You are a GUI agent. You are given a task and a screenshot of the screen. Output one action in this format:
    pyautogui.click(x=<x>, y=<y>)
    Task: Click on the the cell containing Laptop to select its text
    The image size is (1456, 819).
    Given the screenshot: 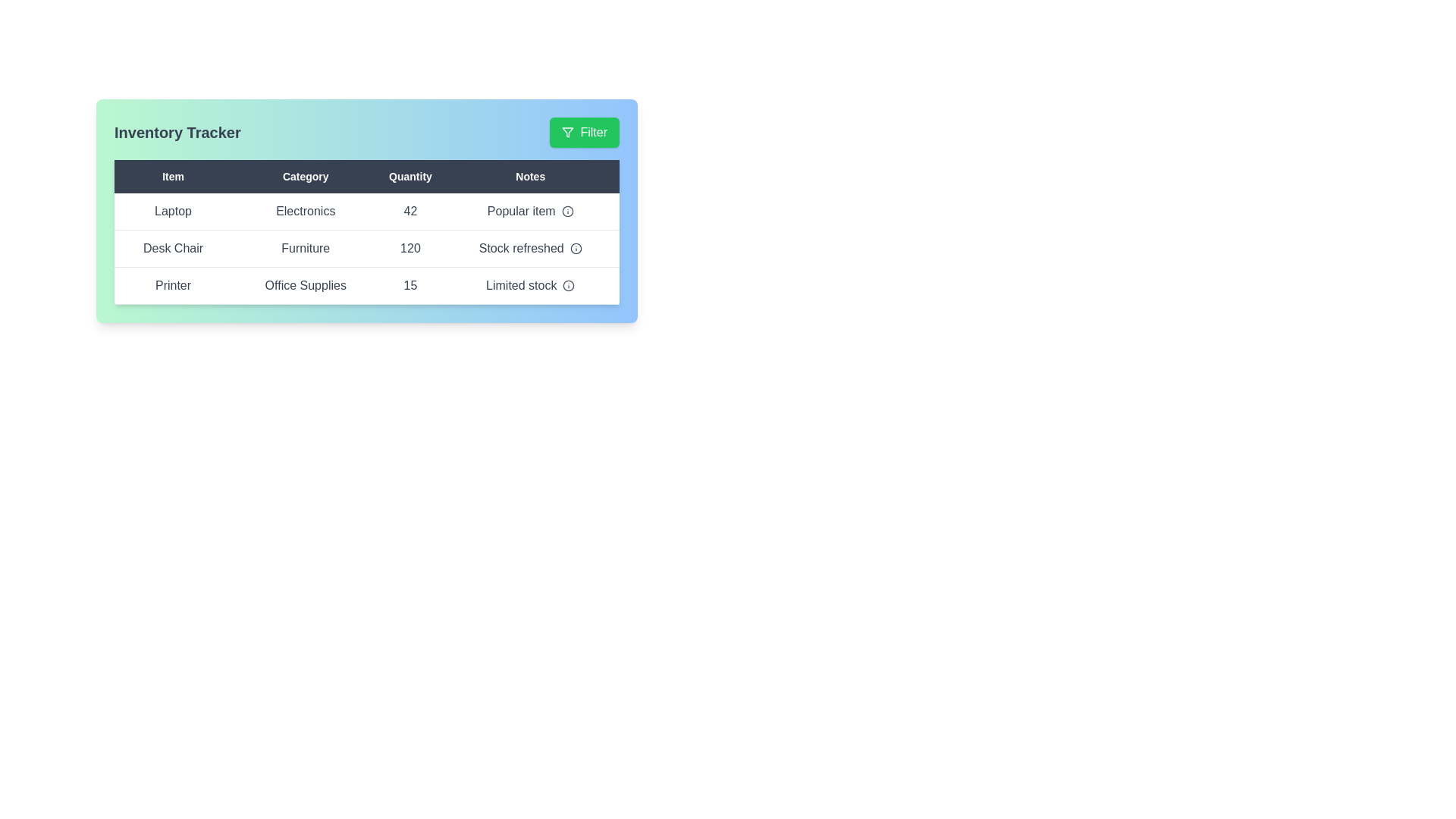 What is the action you would take?
    pyautogui.click(x=173, y=212)
    